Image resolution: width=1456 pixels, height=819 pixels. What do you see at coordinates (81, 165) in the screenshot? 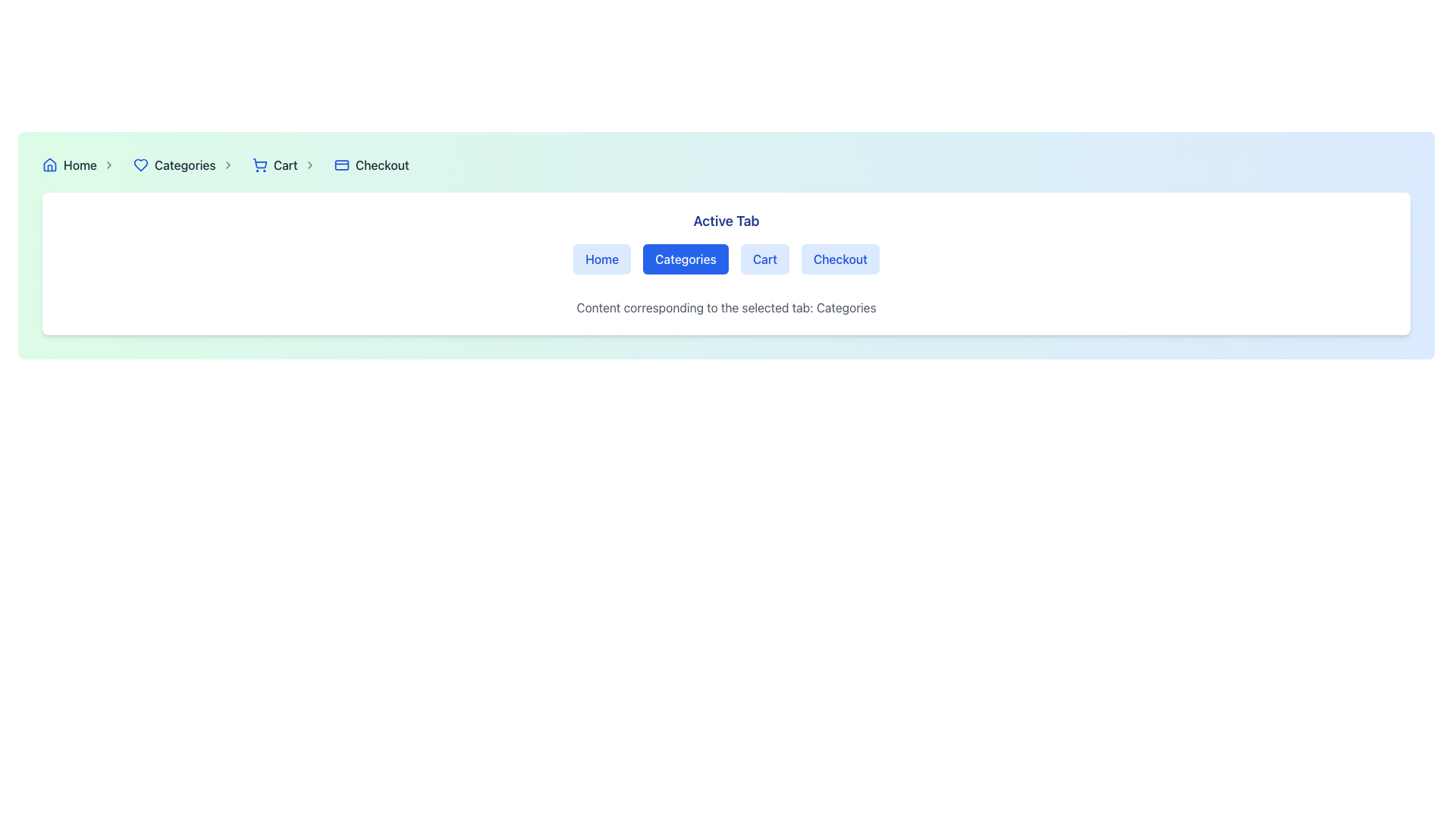
I see `the Breadcrumb link with an icon and text` at bounding box center [81, 165].